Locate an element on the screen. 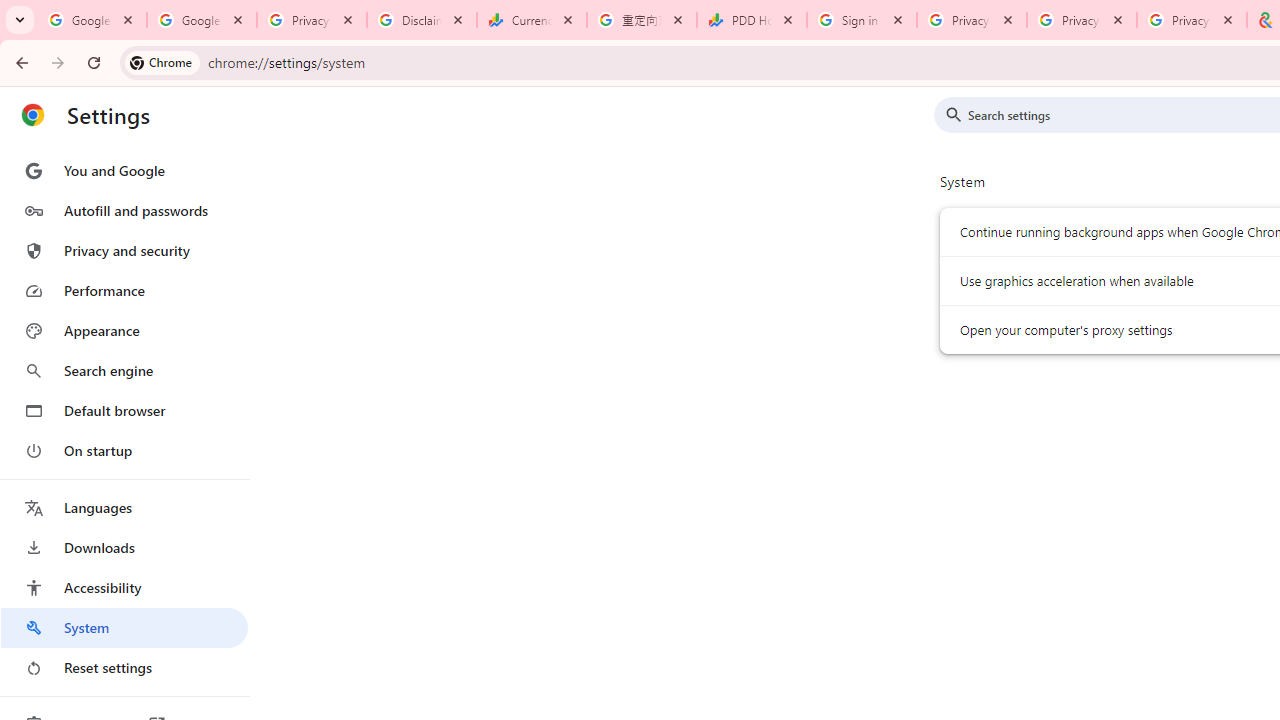  'Autofill and passwords' is located at coordinates (123, 210).